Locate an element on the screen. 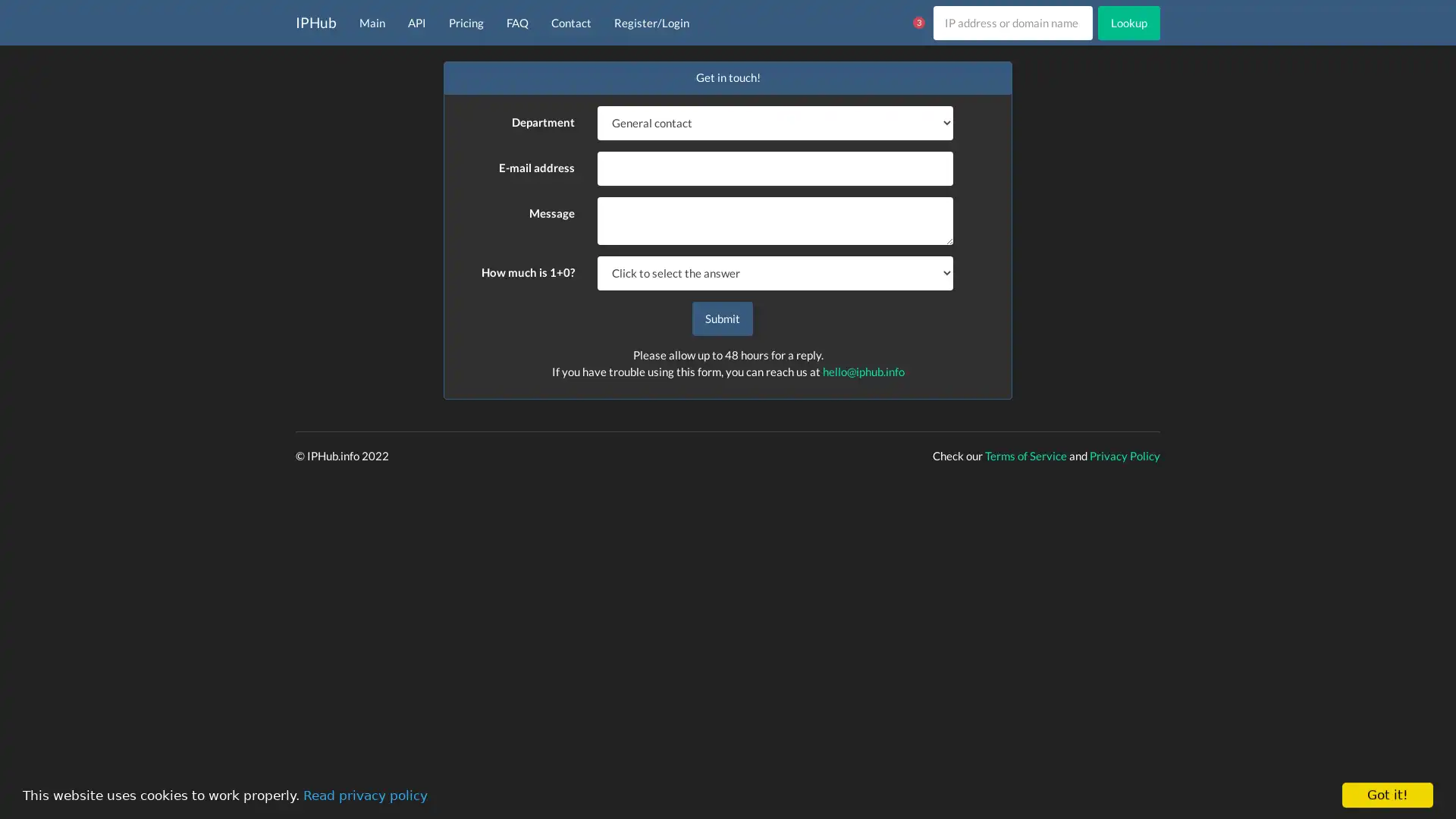 The height and width of the screenshot is (819, 1456). Lookup is located at coordinates (1128, 22).